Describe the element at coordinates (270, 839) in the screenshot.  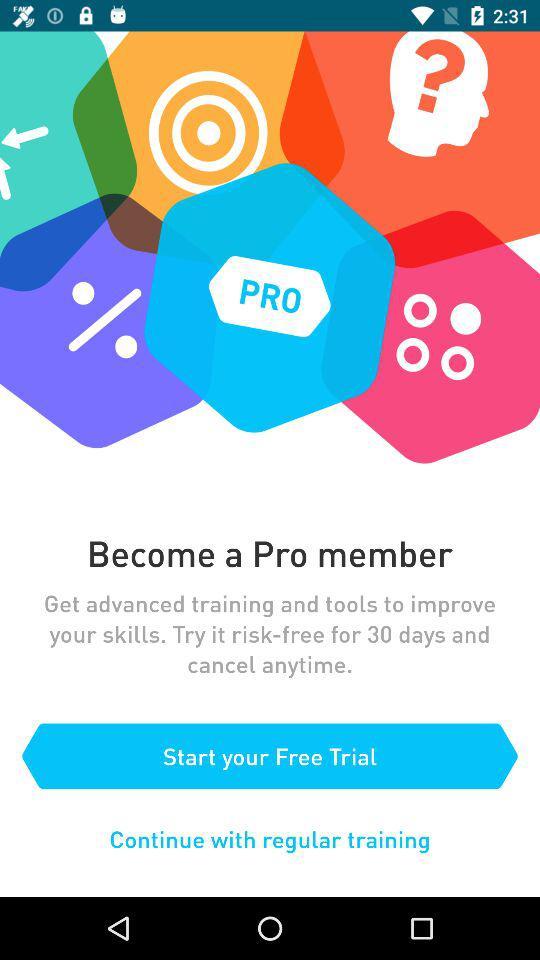
I see `icon below the start your free item` at that location.